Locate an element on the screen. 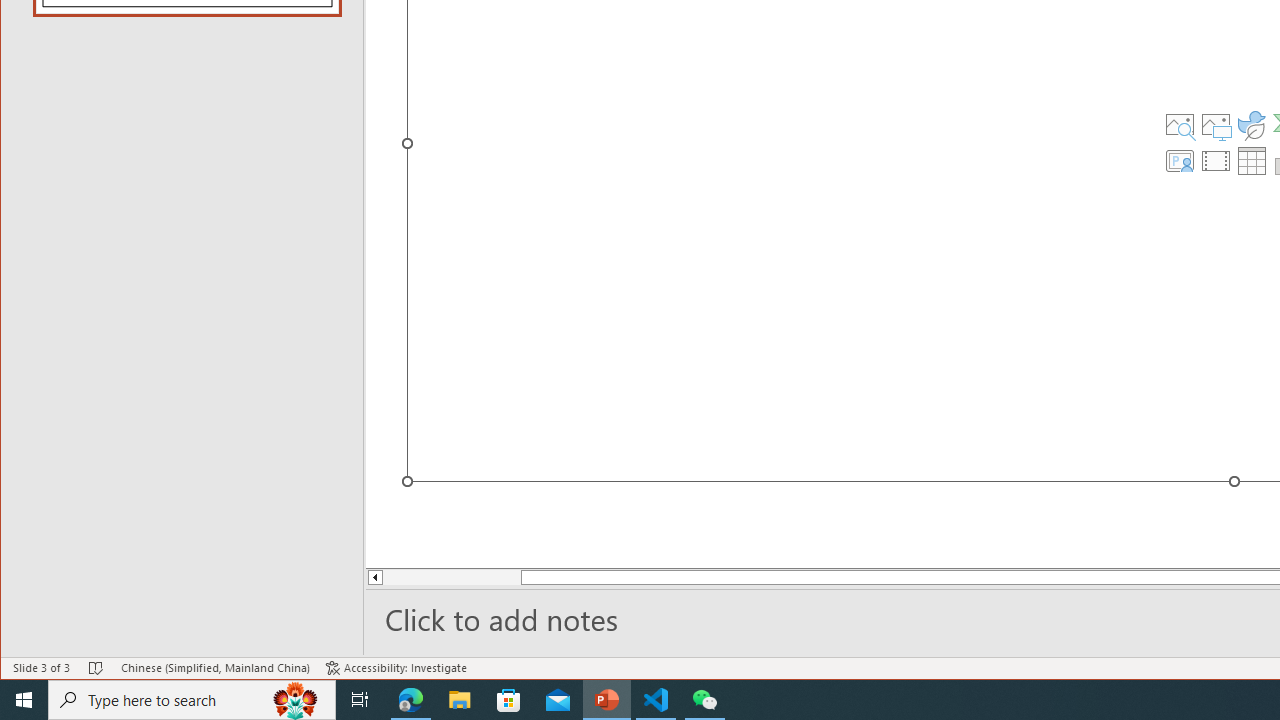  'Stock Images' is located at coordinates (1179, 124).